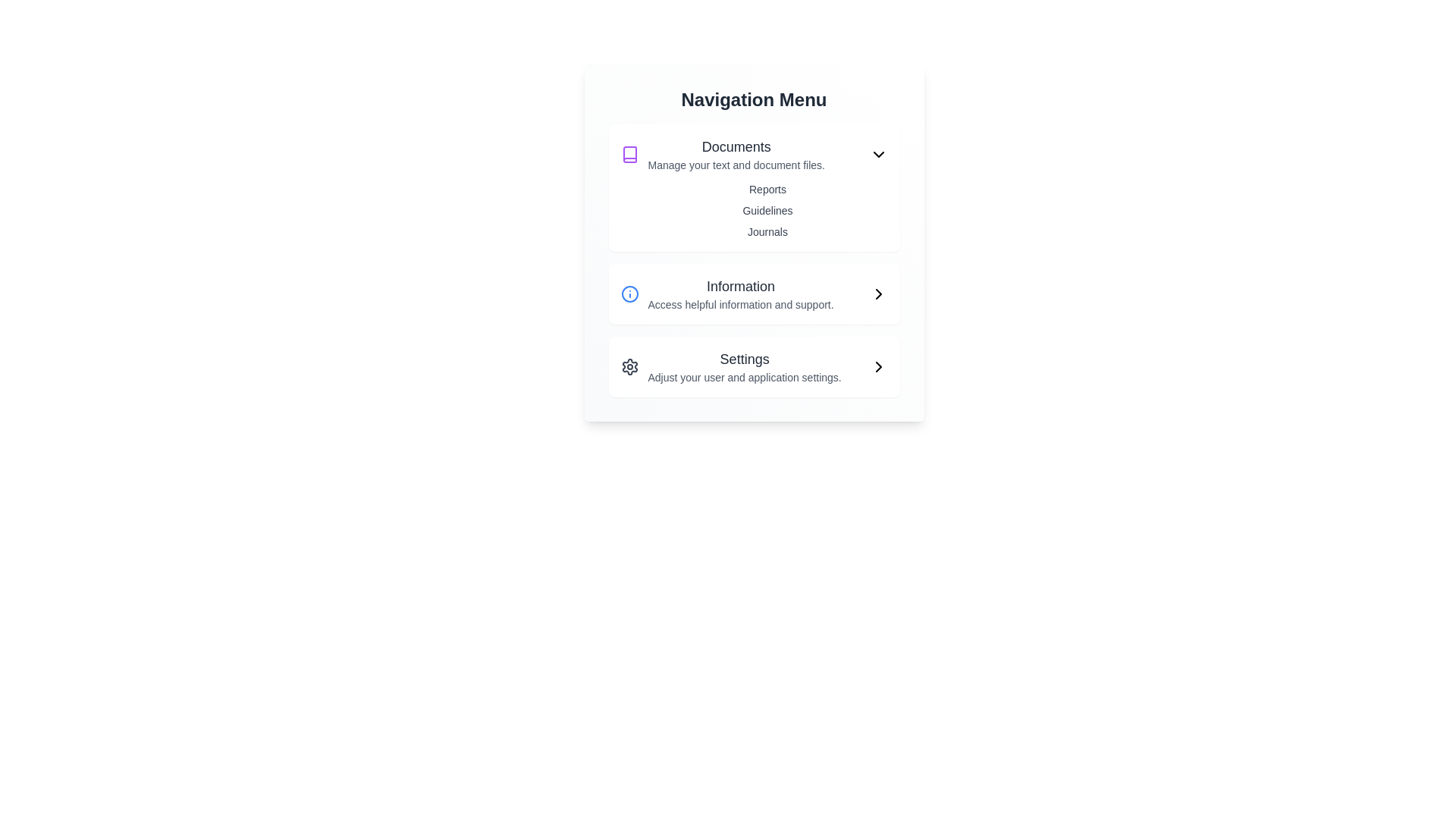 Image resolution: width=1456 pixels, height=819 pixels. I want to click on the settings icon, which is visually represented and located to the left of the 'Settings' text in the bottom section of the menu layout, so click(629, 366).